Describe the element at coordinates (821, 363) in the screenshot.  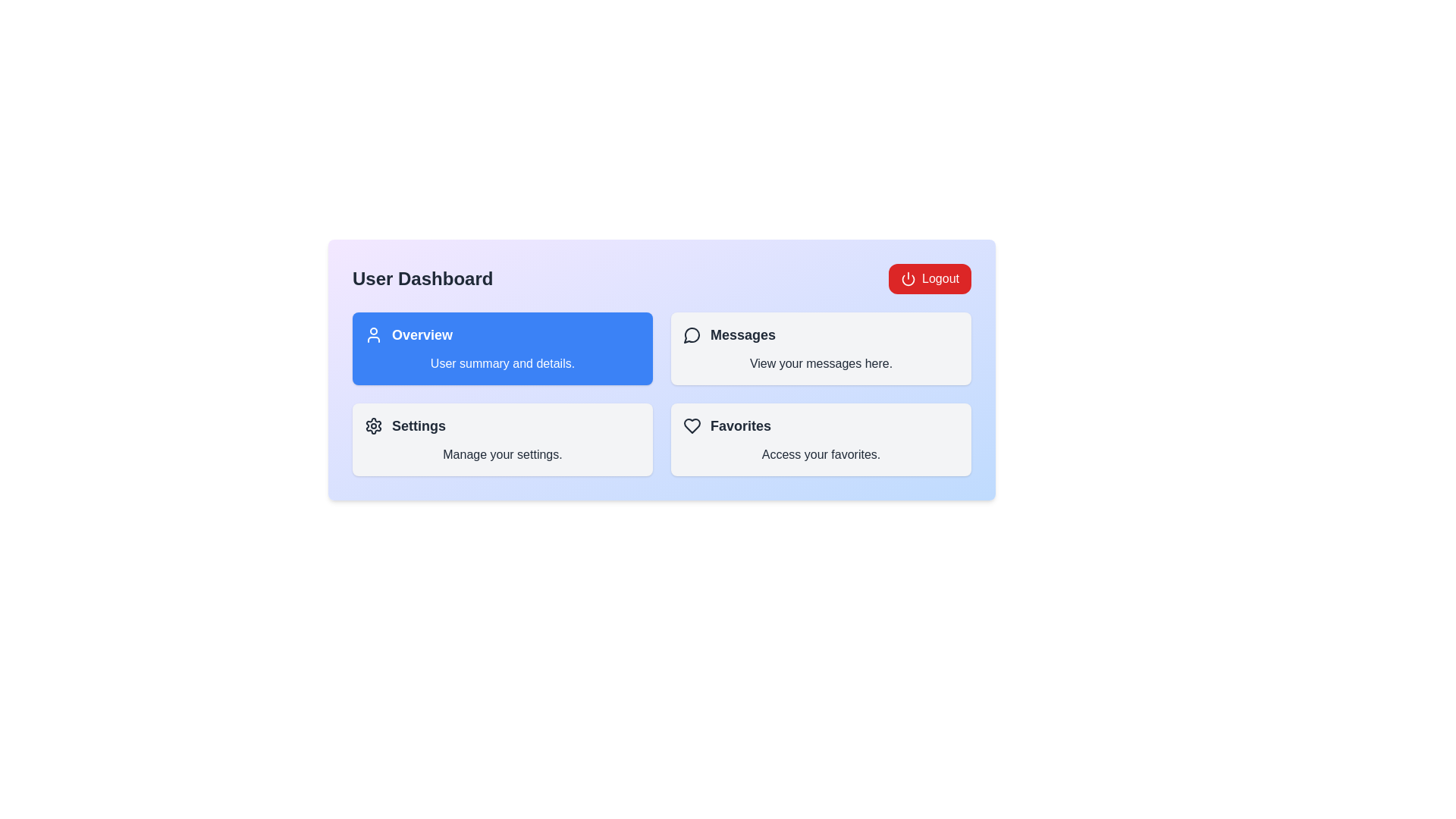
I see `the label that contains the text 'View your messages here.' located in the bottom section of a button-like group in the upper-right section of the main interface grid` at that location.